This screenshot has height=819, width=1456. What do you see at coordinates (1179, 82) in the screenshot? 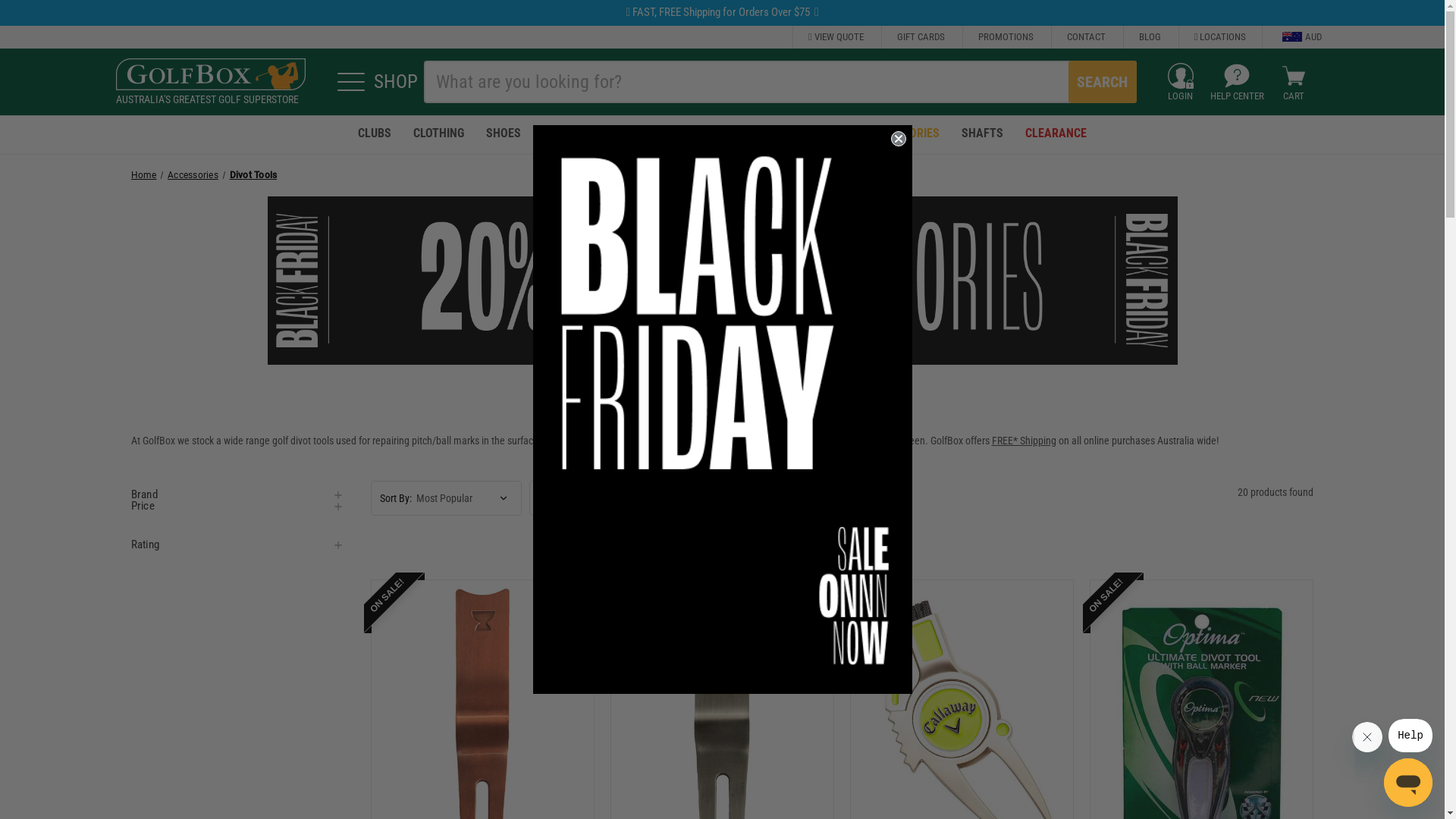
I see `'LOGIN'` at bounding box center [1179, 82].